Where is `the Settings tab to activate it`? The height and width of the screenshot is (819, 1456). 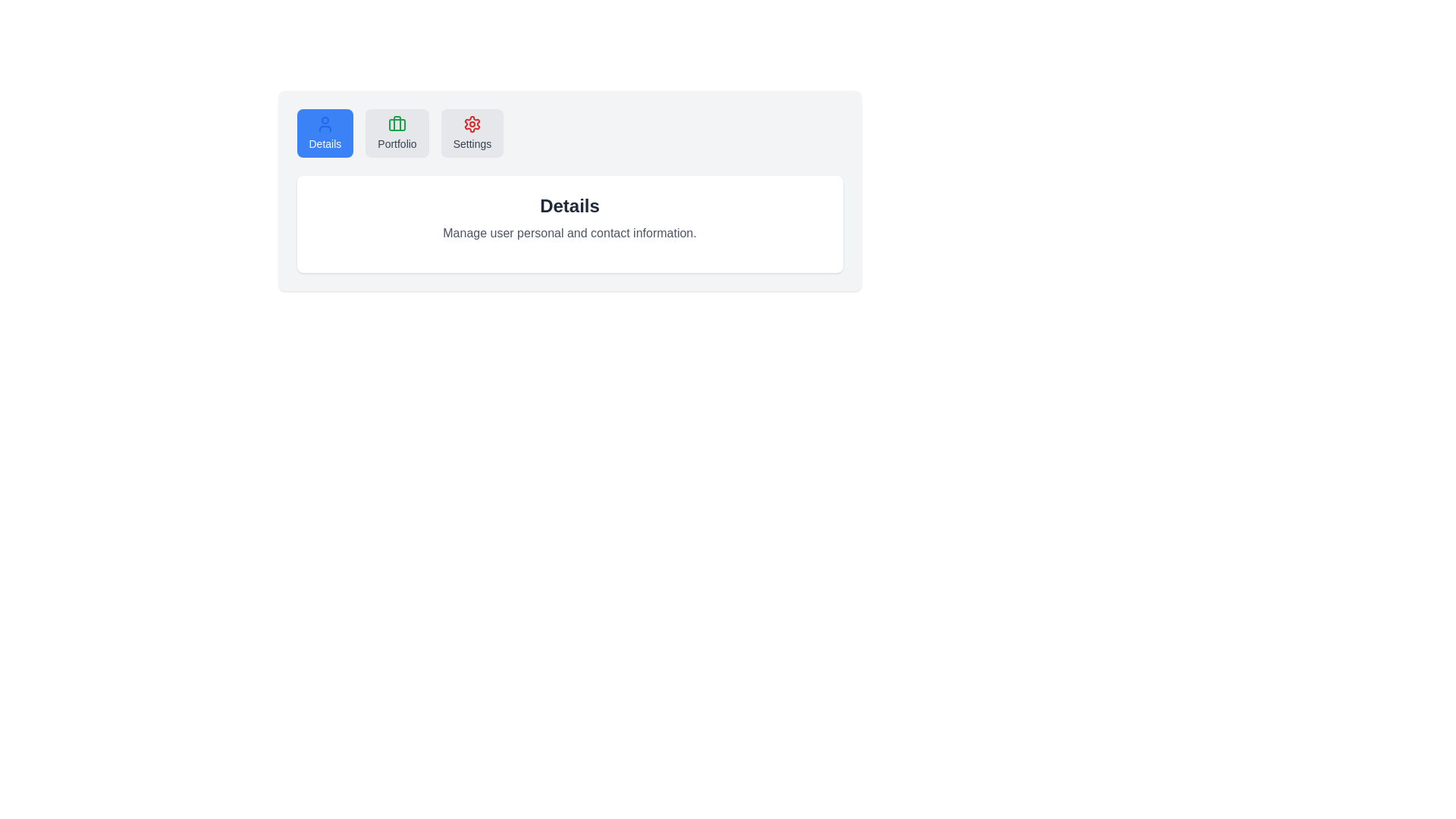
the Settings tab to activate it is located at coordinates (472, 133).